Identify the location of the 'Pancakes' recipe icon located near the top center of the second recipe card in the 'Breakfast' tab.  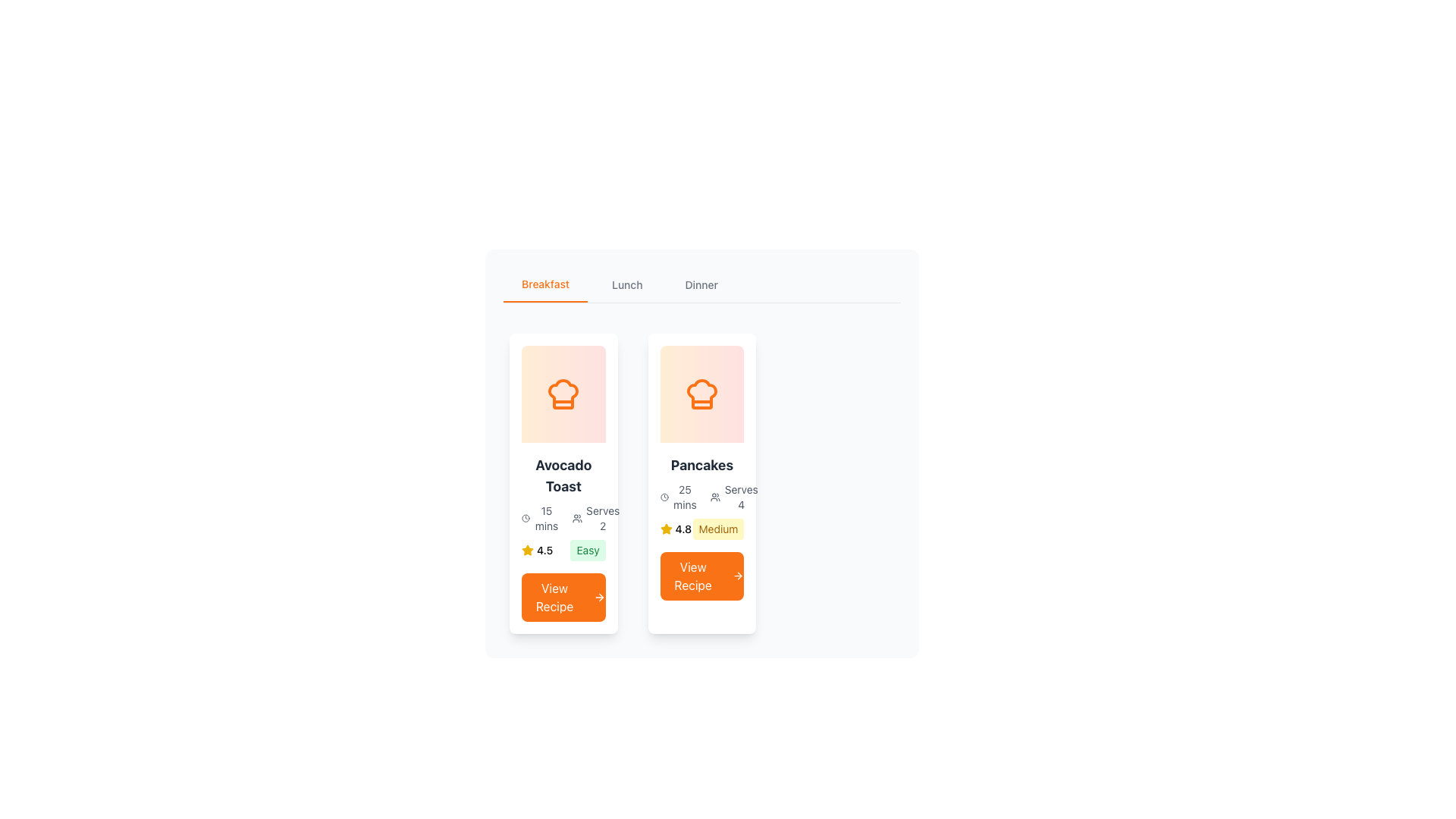
(701, 394).